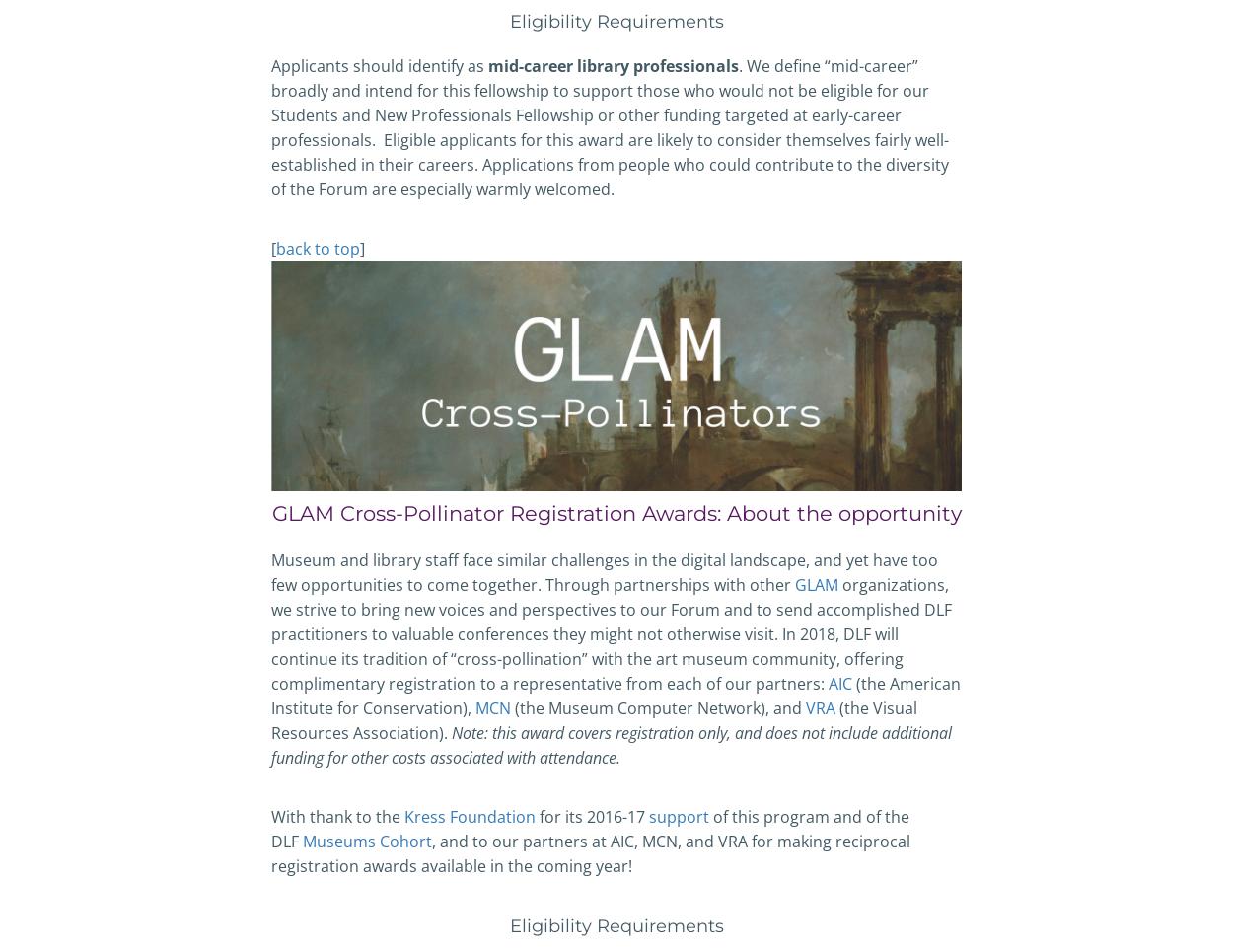  Describe the element at coordinates (271, 247) in the screenshot. I see `'['` at that location.